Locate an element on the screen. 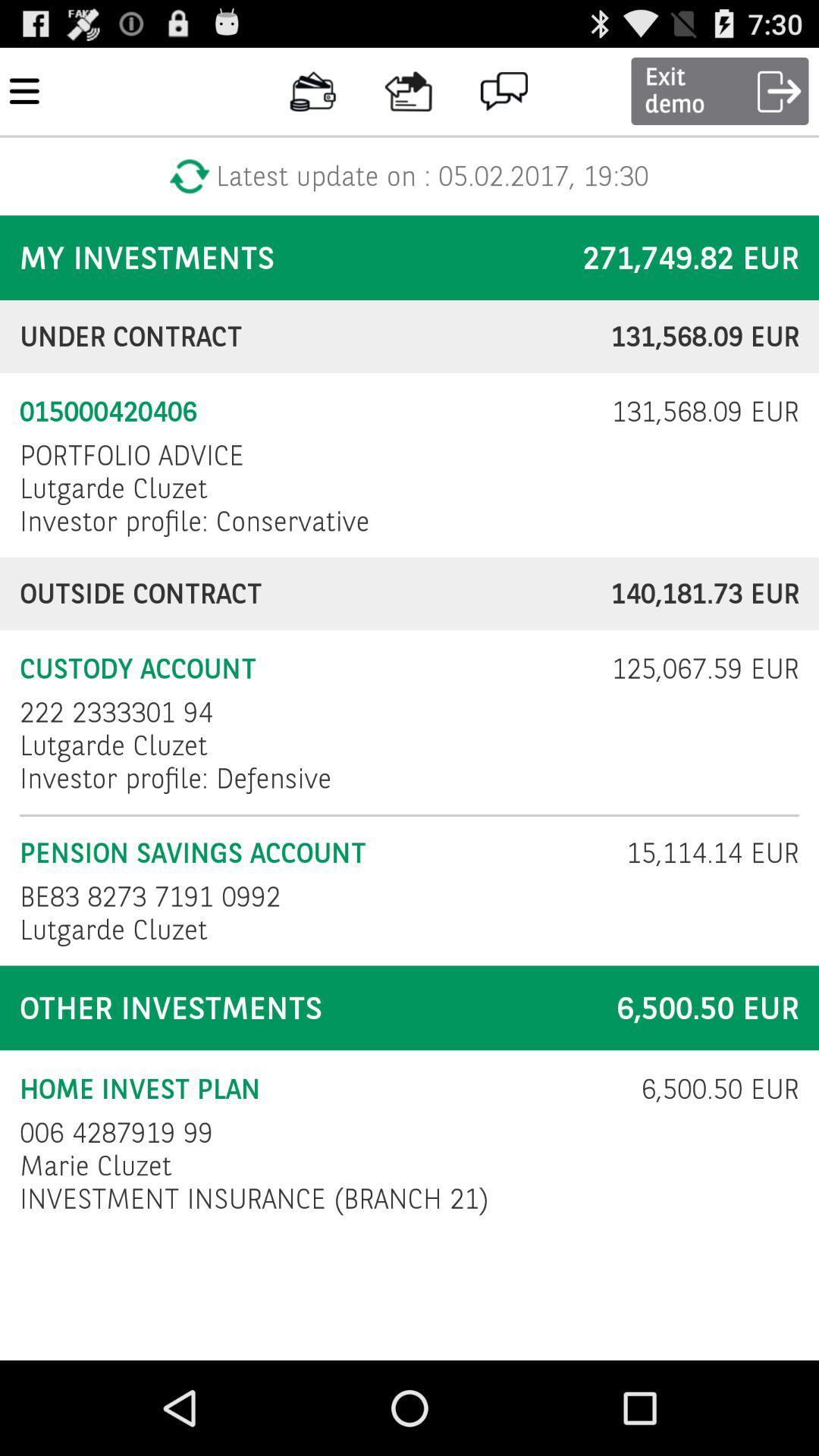 Image resolution: width=819 pixels, height=1456 pixels. the 125 067 59 checkbox is located at coordinates (695, 668).